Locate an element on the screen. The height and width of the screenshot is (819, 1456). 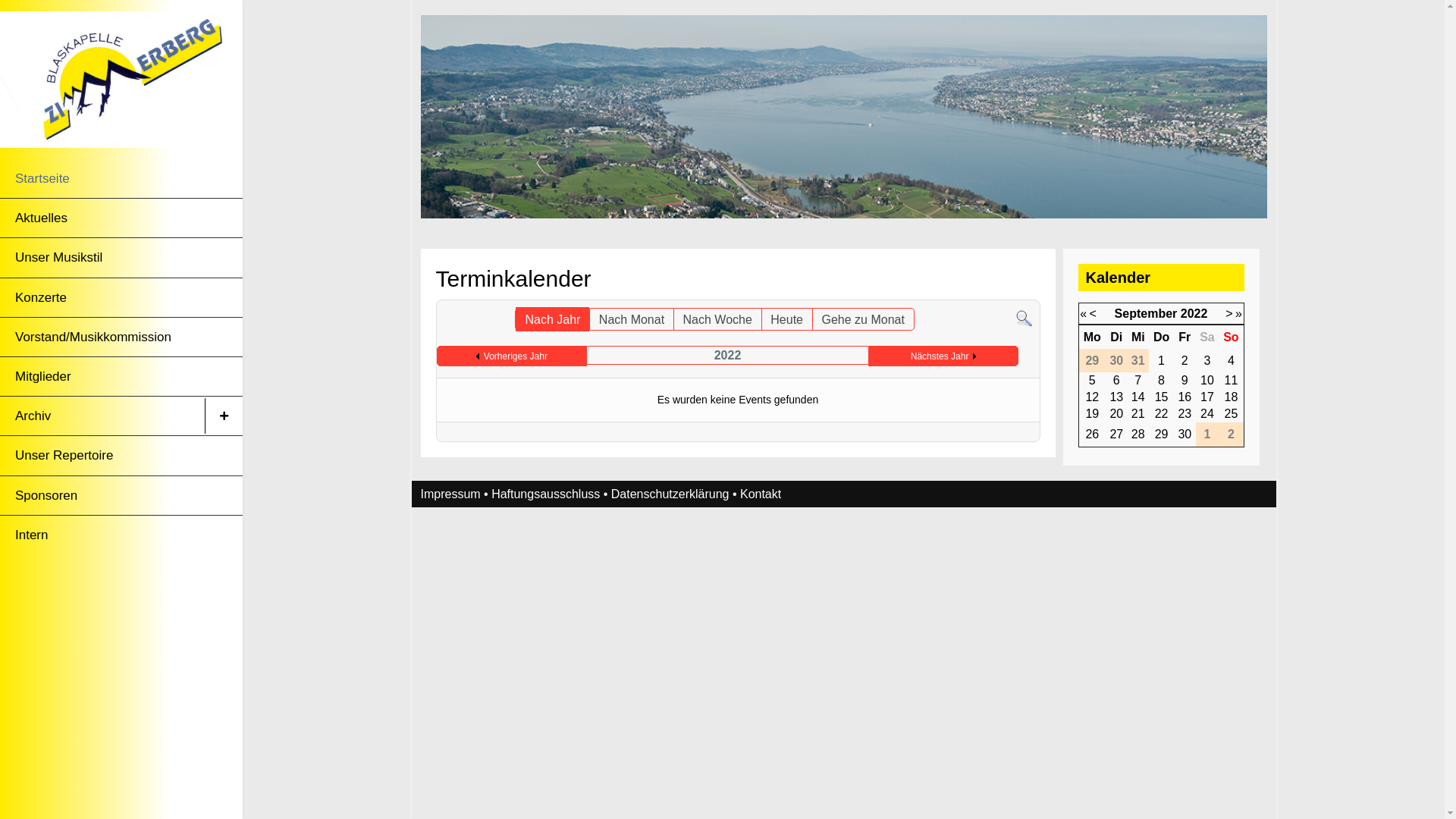
'1' is located at coordinates (1160, 360).